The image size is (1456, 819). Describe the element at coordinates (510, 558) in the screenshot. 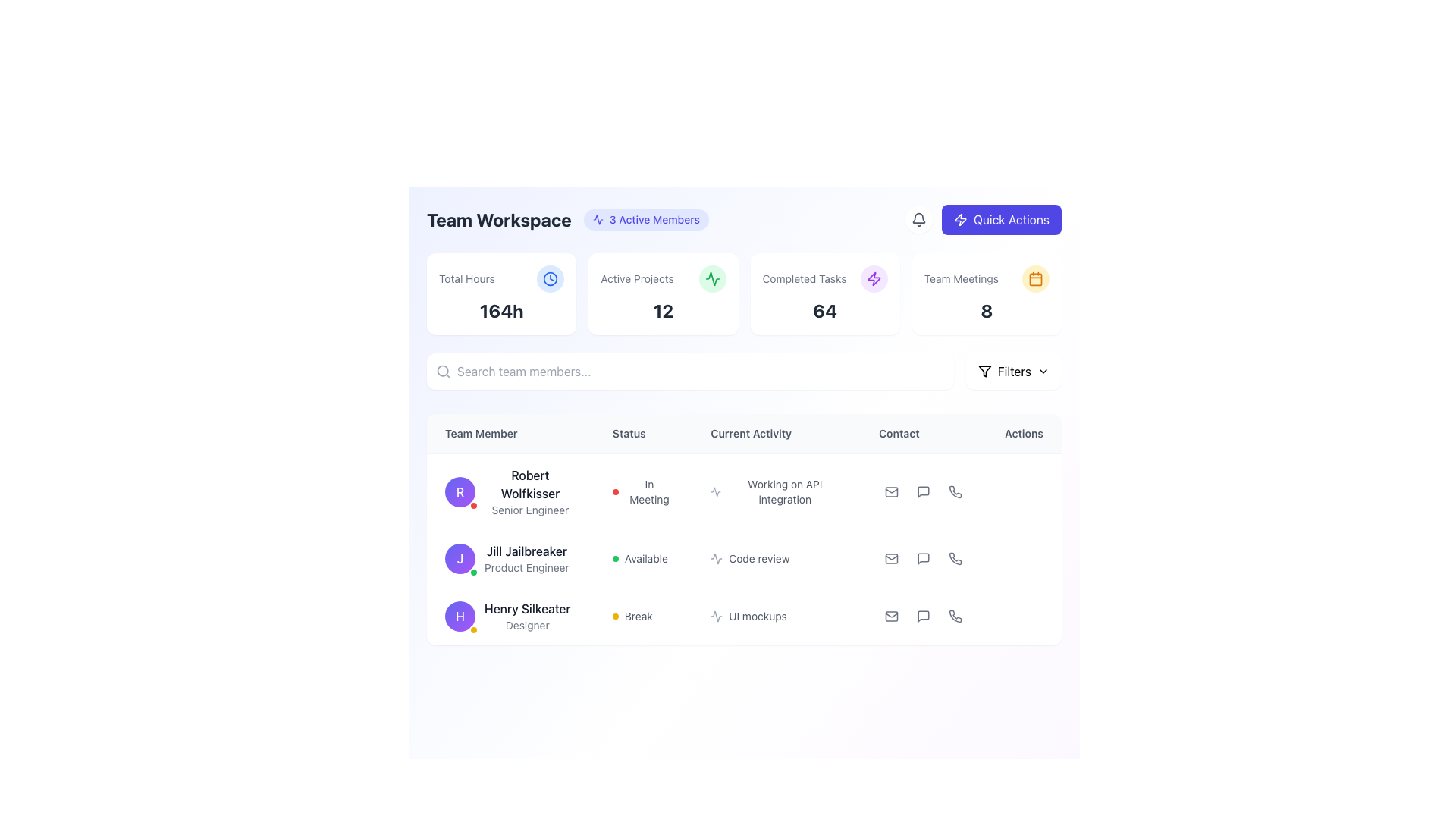

I see `displayed information for the team member profile located in the second row of the table under the 'Team Member' column, positioned between 'Robert Wolfkisser' and 'Henry Silkeater'` at that location.